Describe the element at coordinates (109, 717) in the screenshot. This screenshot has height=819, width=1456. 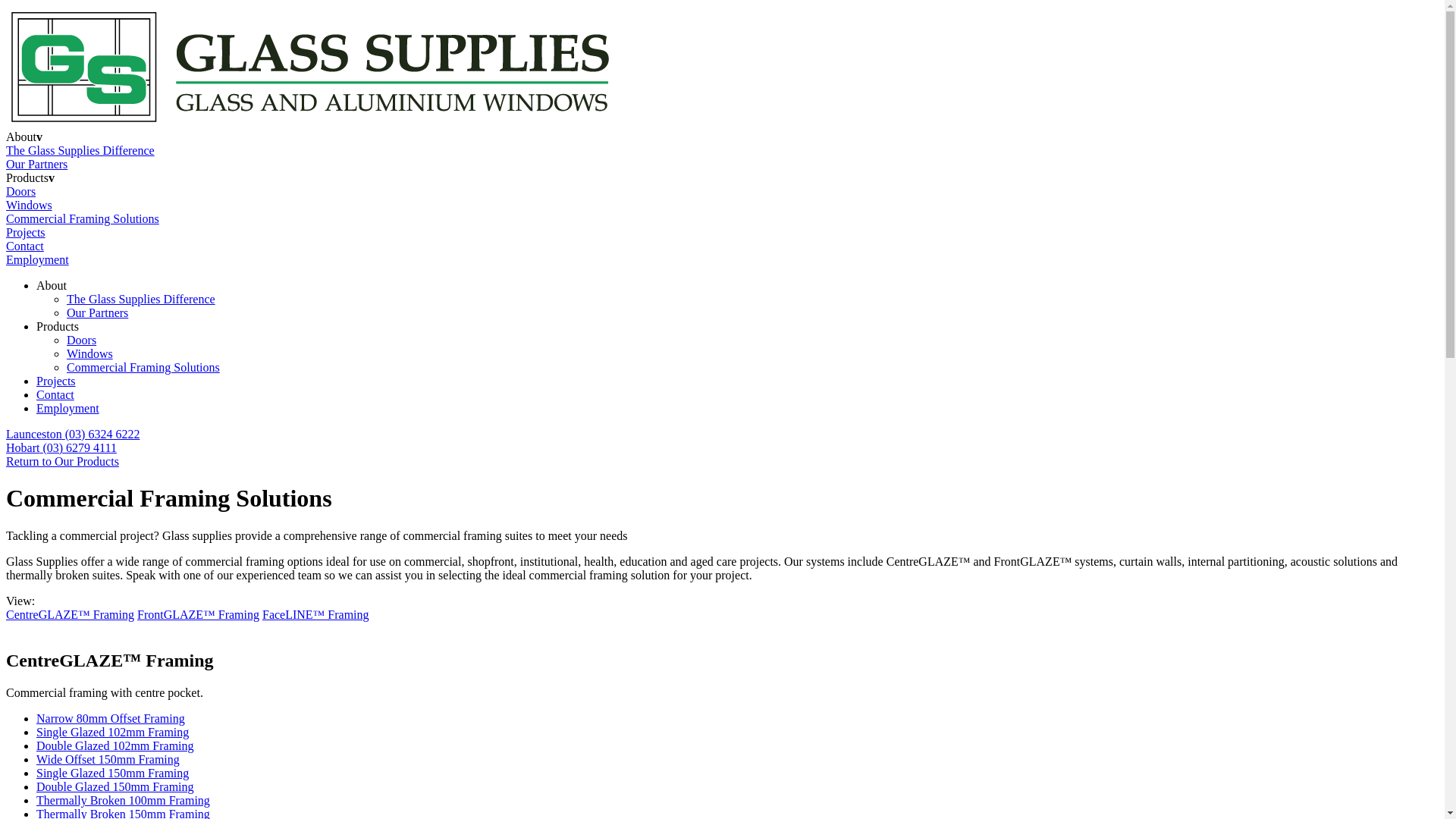
I see `'Narrow 80mm Offset Framing'` at that location.